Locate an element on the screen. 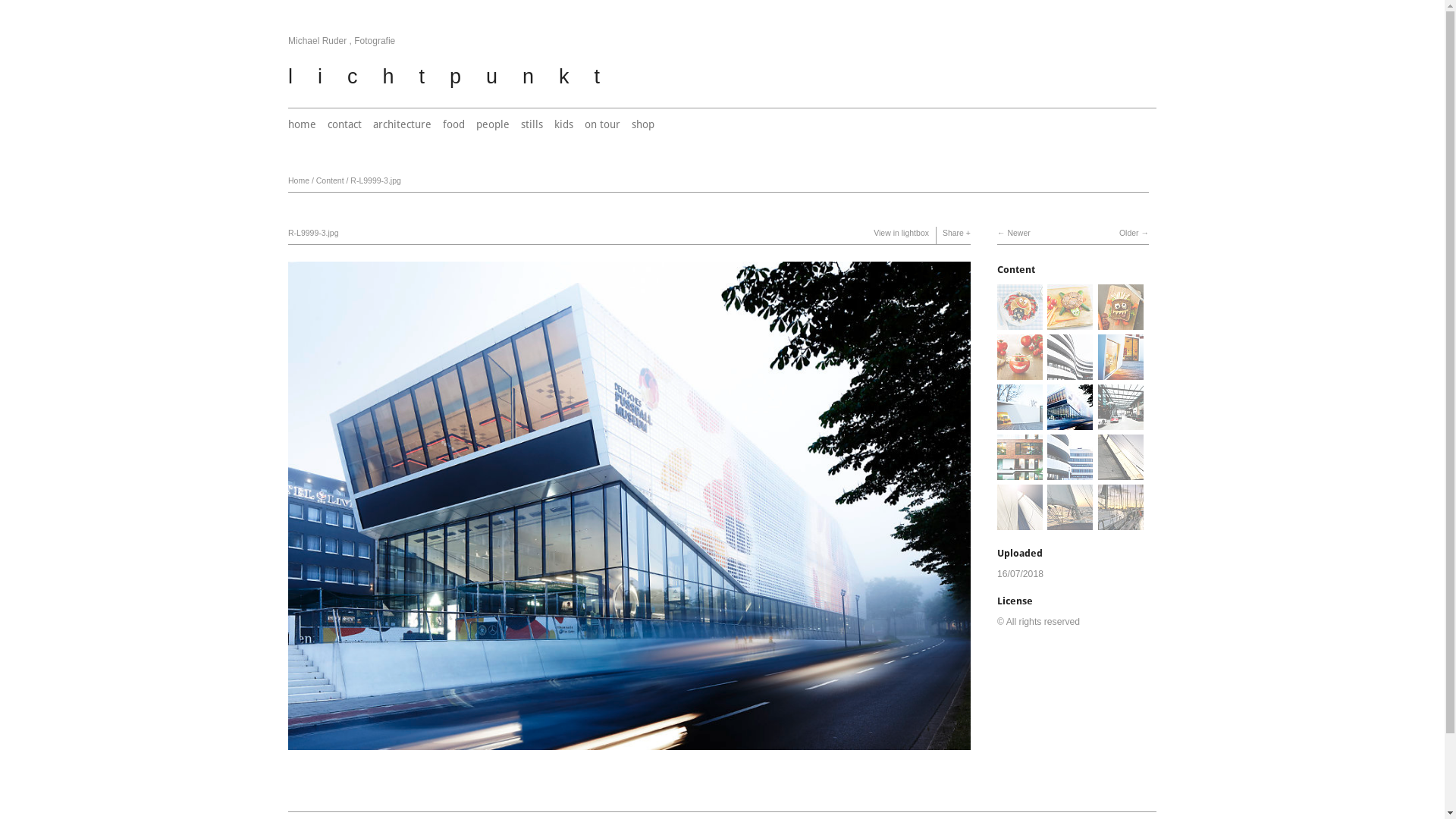 The image size is (1456, 819). 'kids' is located at coordinates (563, 124).